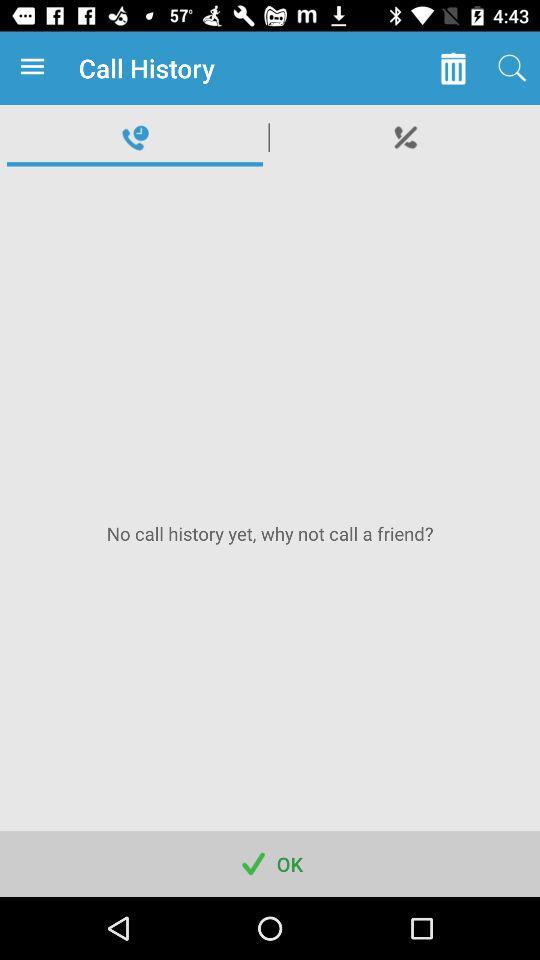 The height and width of the screenshot is (960, 540). What do you see at coordinates (36, 68) in the screenshot?
I see `the icon next to the call history item` at bounding box center [36, 68].